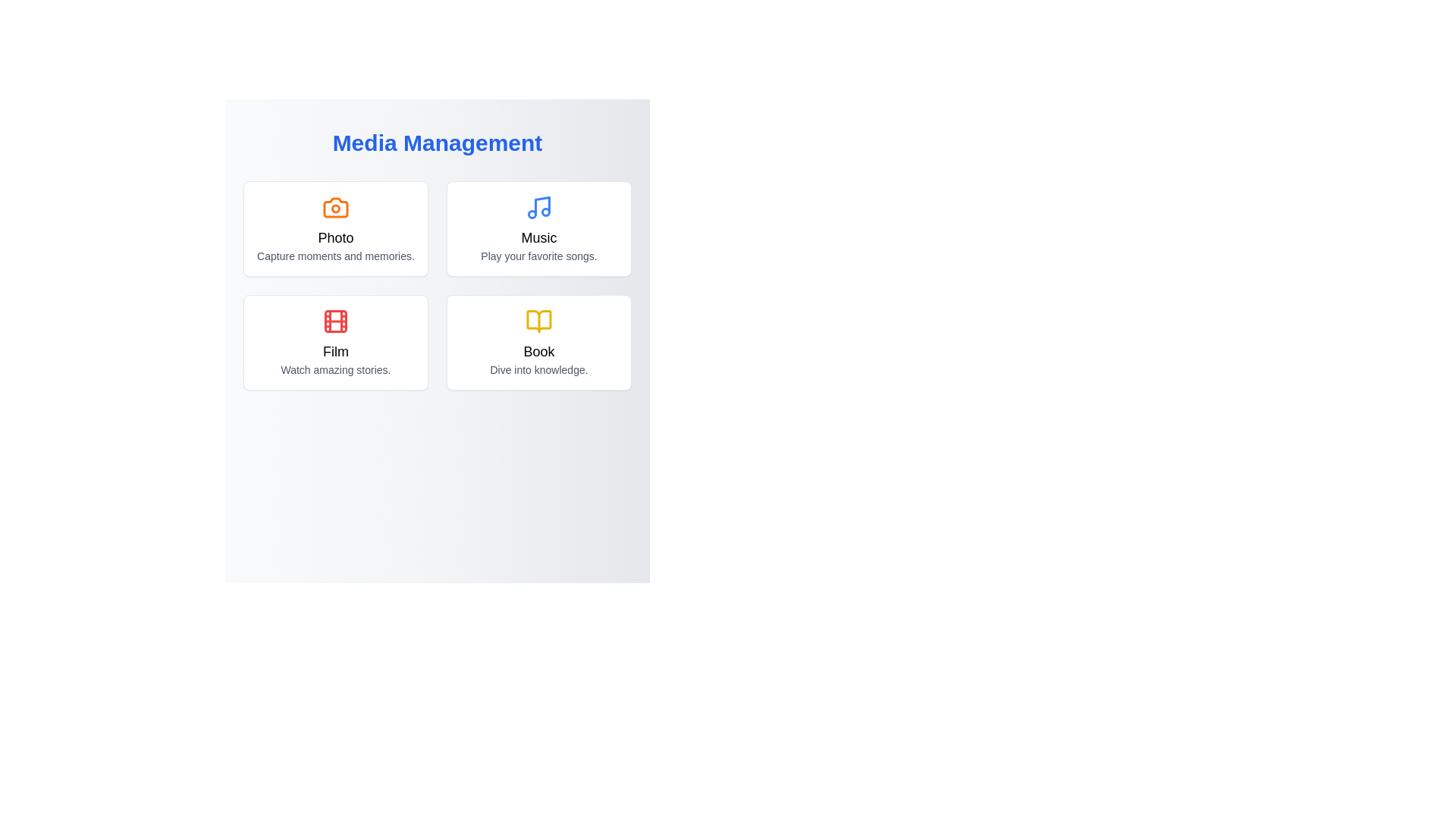 Image resolution: width=1456 pixels, height=819 pixels. What do you see at coordinates (538, 342) in the screenshot?
I see `the interactive card with icon and text description located in the lower-right interactive section under 'Media Management'` at bounding box center [538, 342].